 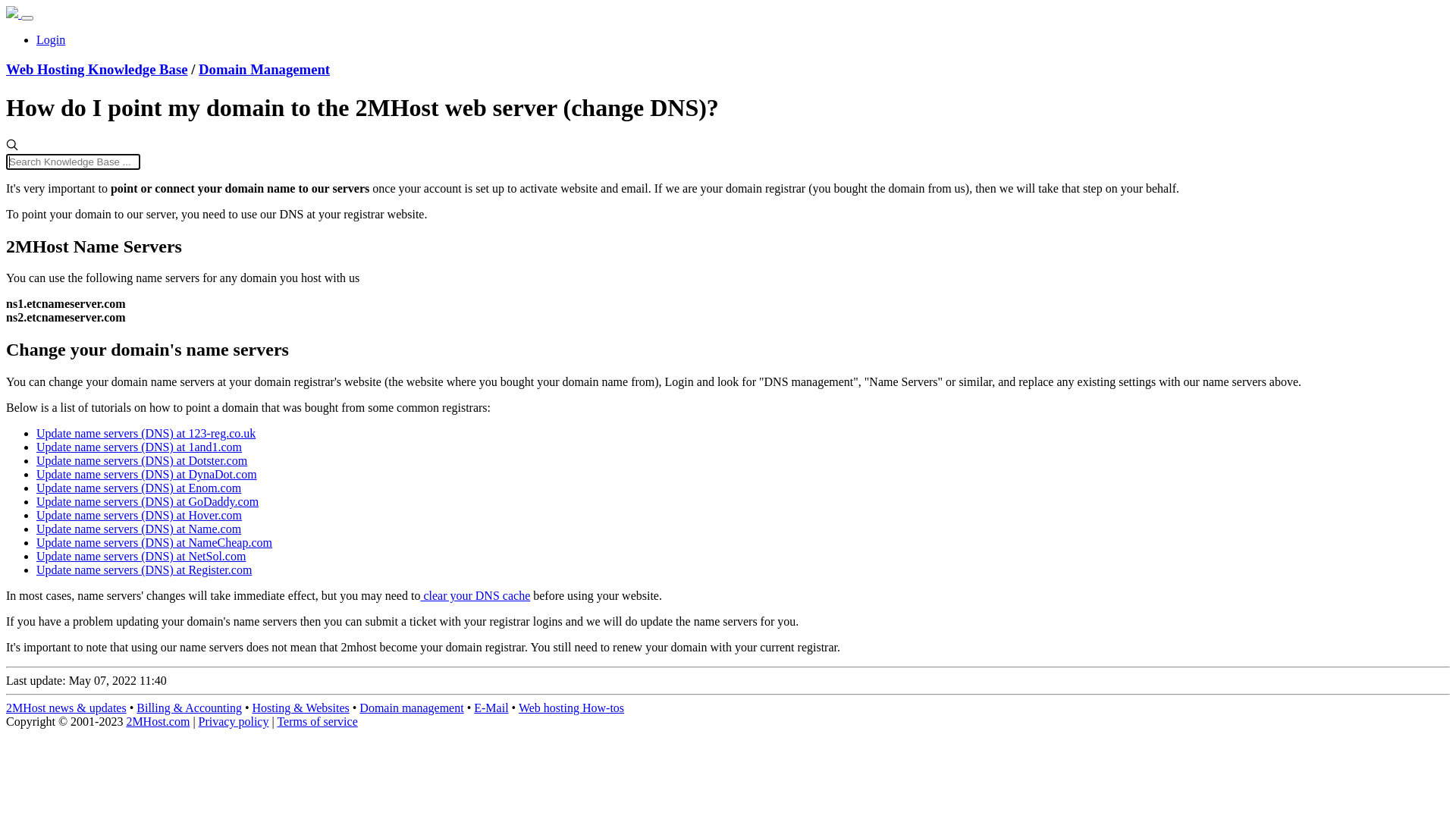 I want to click on 'Update name servers (DNS) at 1and1.com', so click(x=139, y=446).